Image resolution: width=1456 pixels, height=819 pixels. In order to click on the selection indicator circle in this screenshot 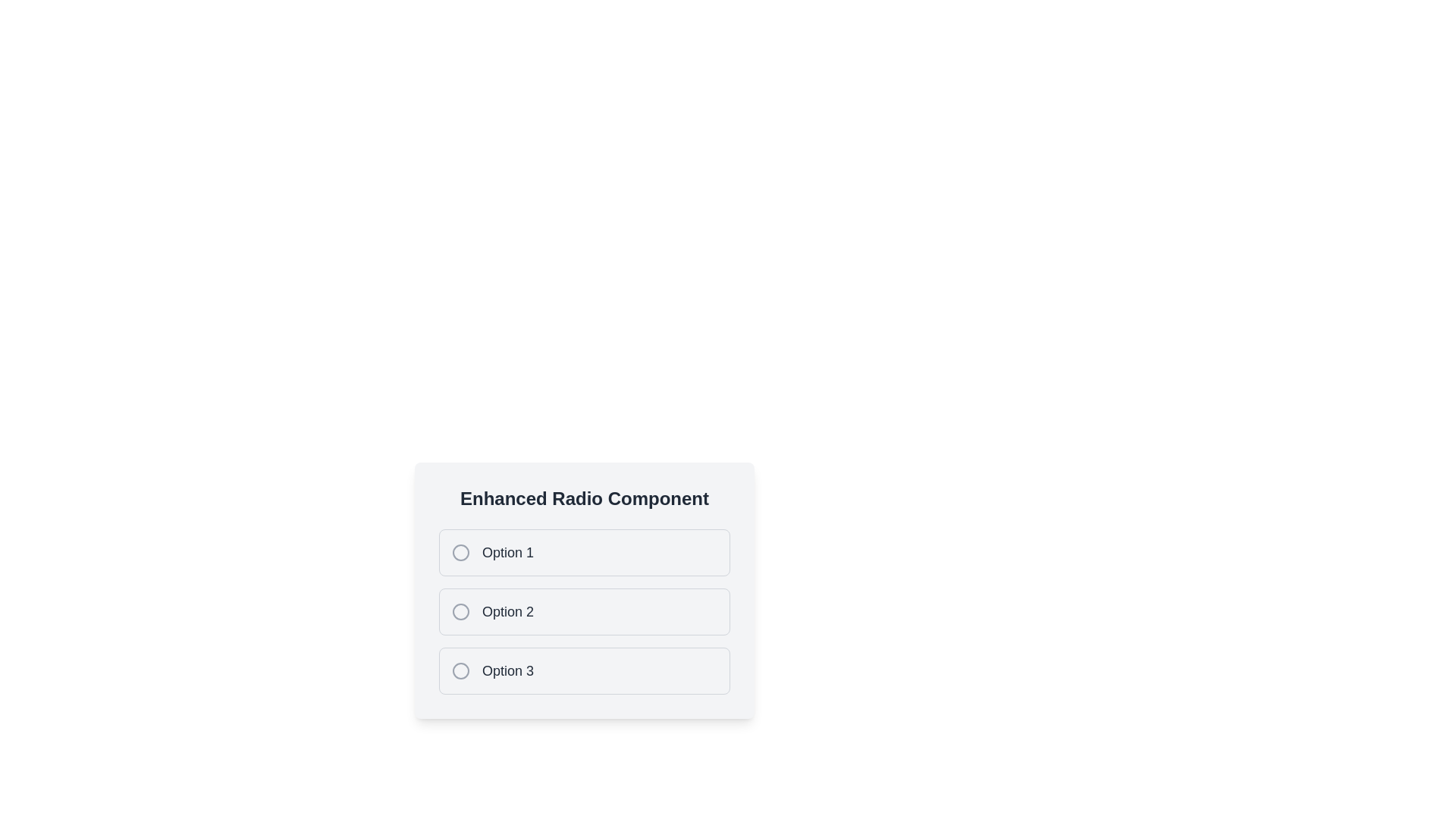, I will do `click(460, 670)`.